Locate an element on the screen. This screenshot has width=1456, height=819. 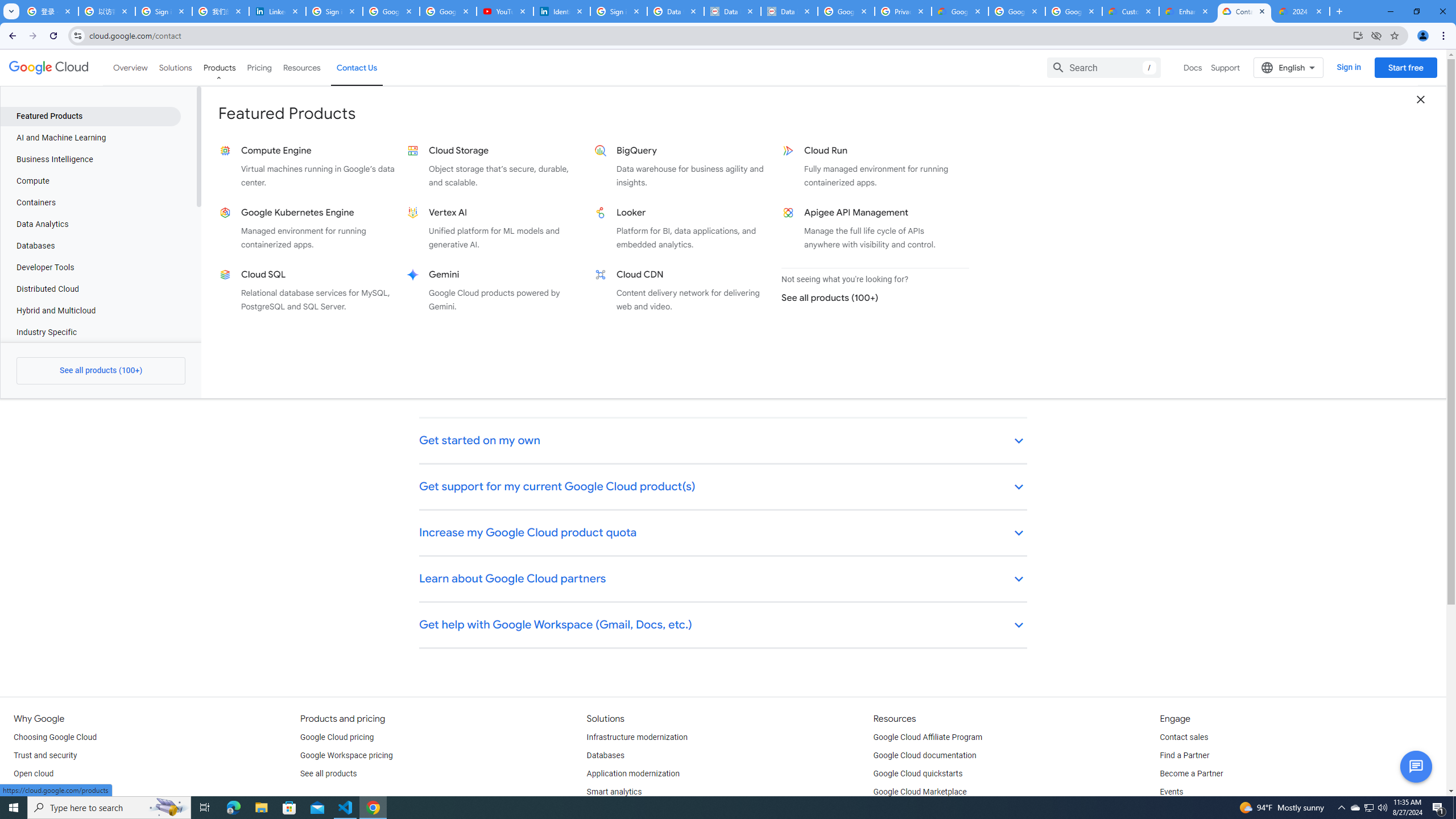
'Google Cloud pricing' is located at coordinates (336, 738).